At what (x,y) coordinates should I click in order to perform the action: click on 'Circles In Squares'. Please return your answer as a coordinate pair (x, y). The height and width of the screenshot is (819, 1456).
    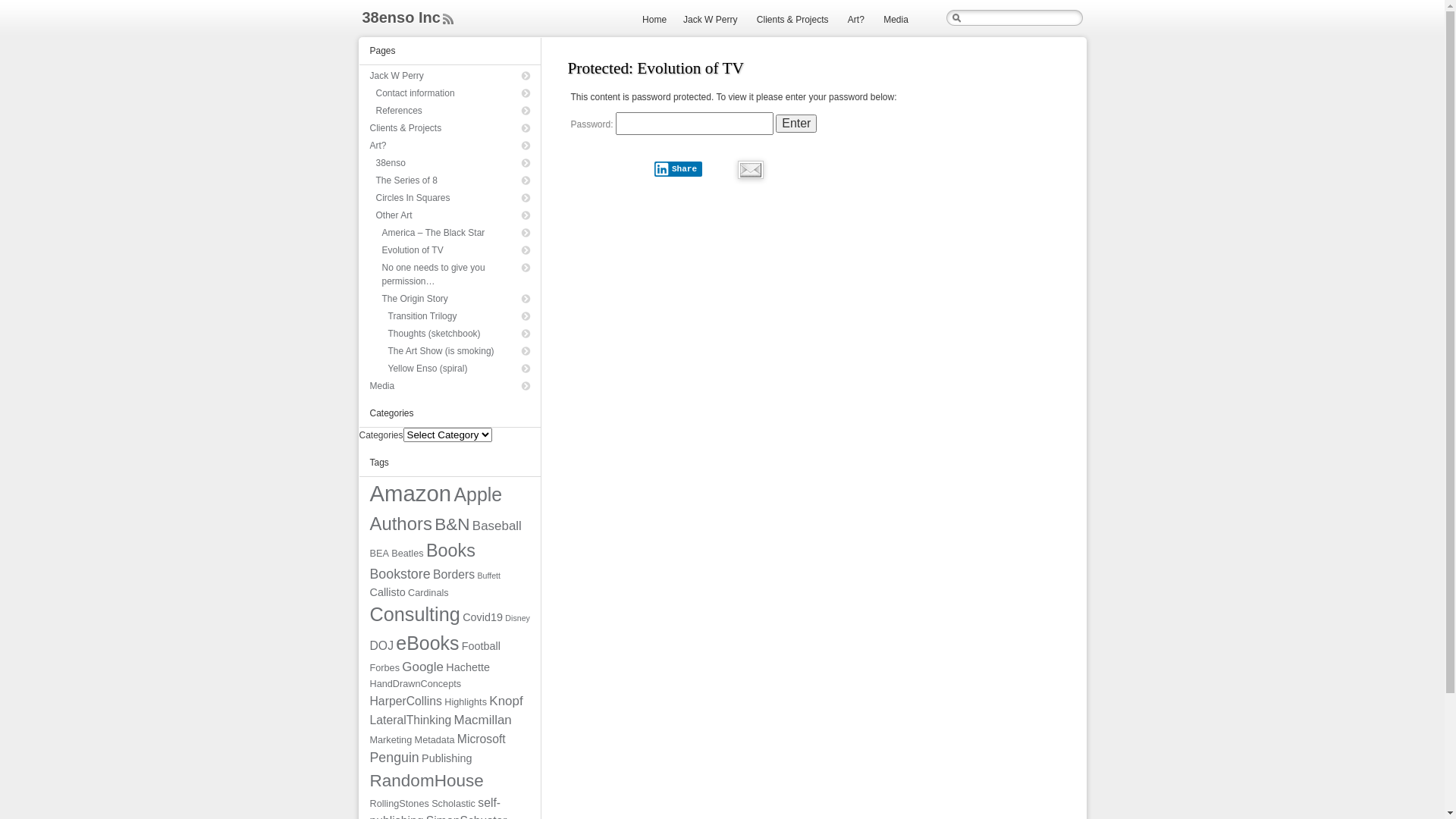
    Looking at the image, I should click on (453, 197).